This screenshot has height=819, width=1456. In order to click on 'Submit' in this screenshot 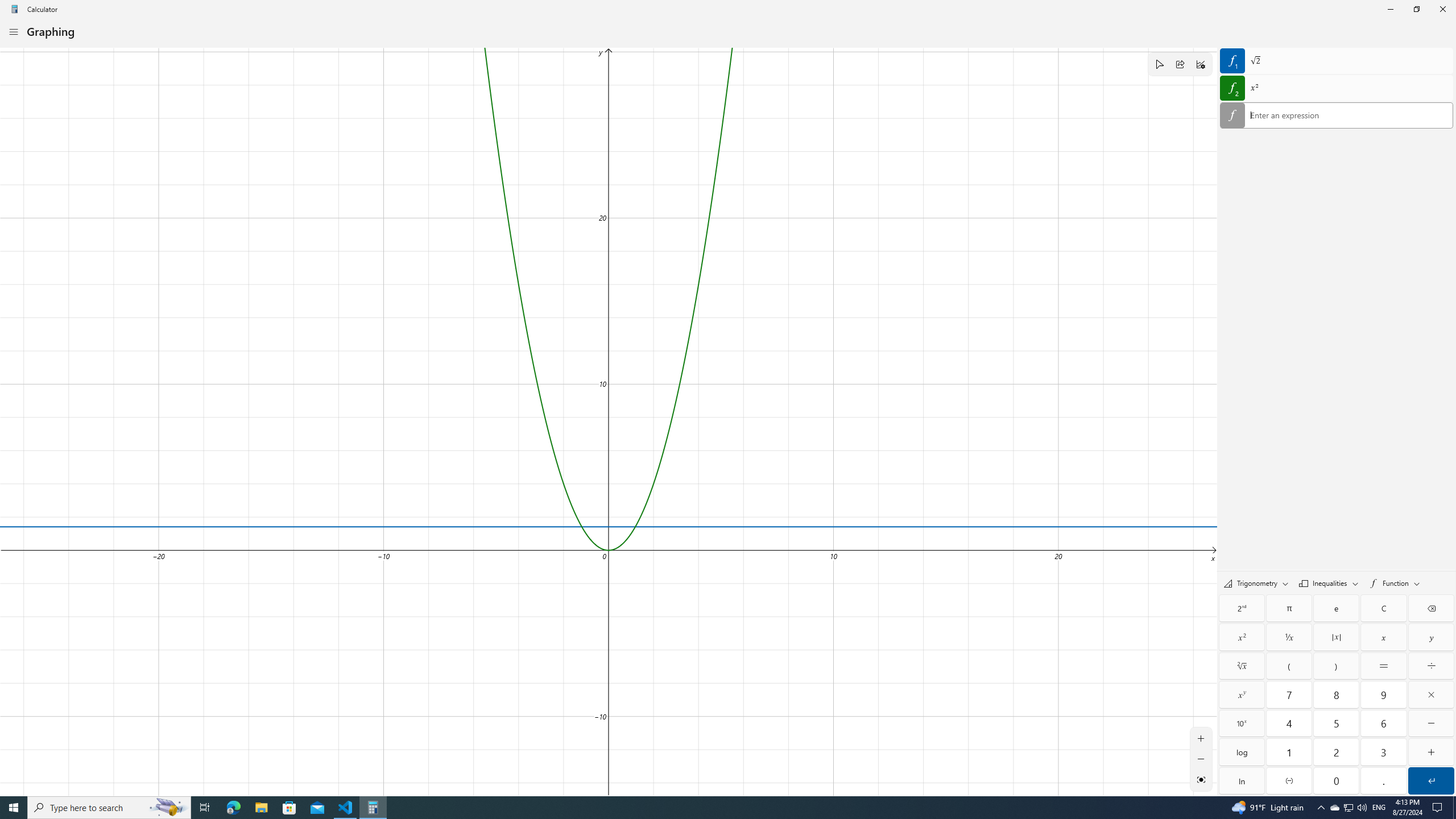, I will do `click(1430, 780)`.